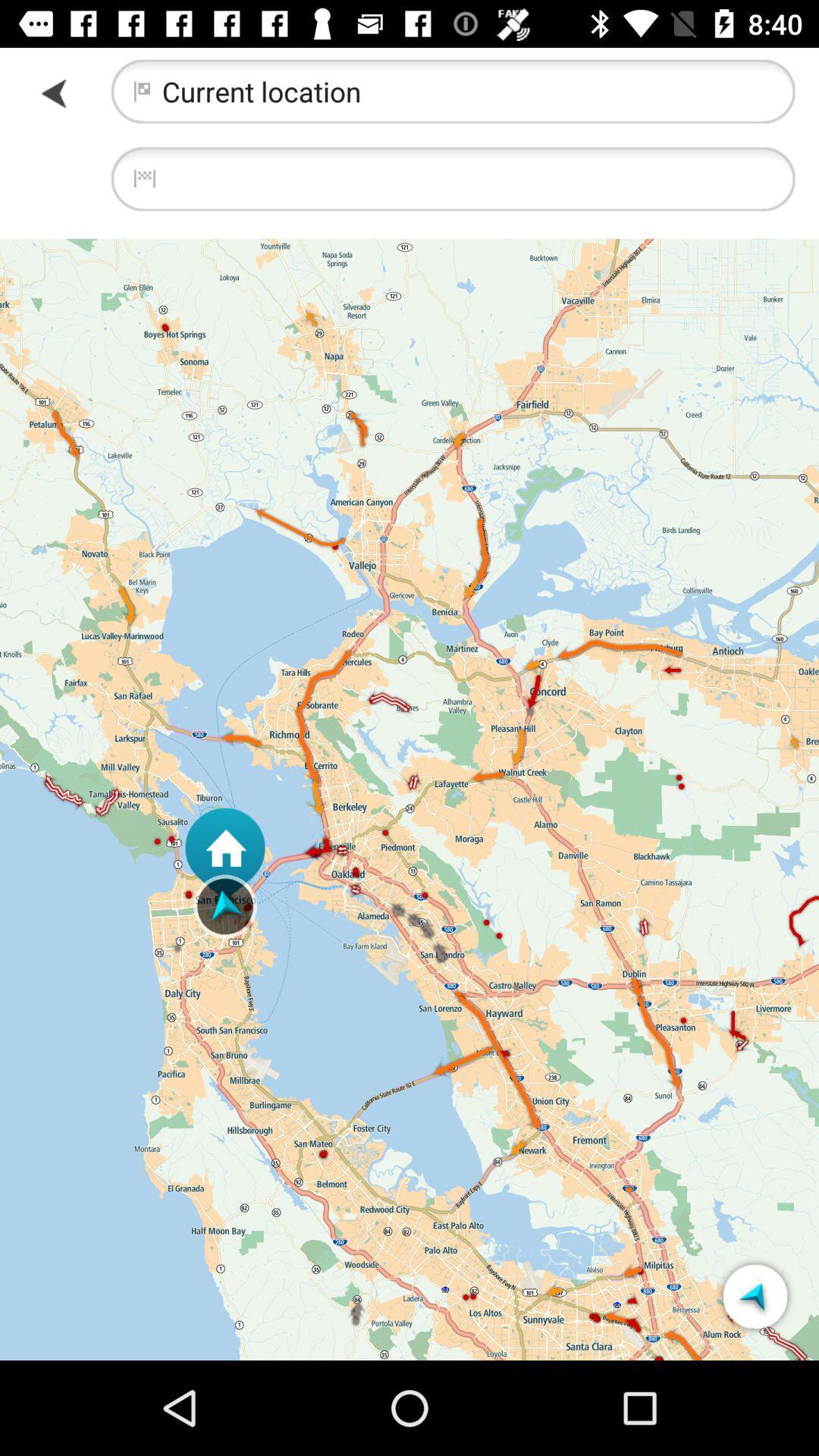 The width and height of the screenshot is (819, 1456). What do you see at coordinates (55, 92) in the screenshot?
I see `go back` at bounding box center [55, 92].